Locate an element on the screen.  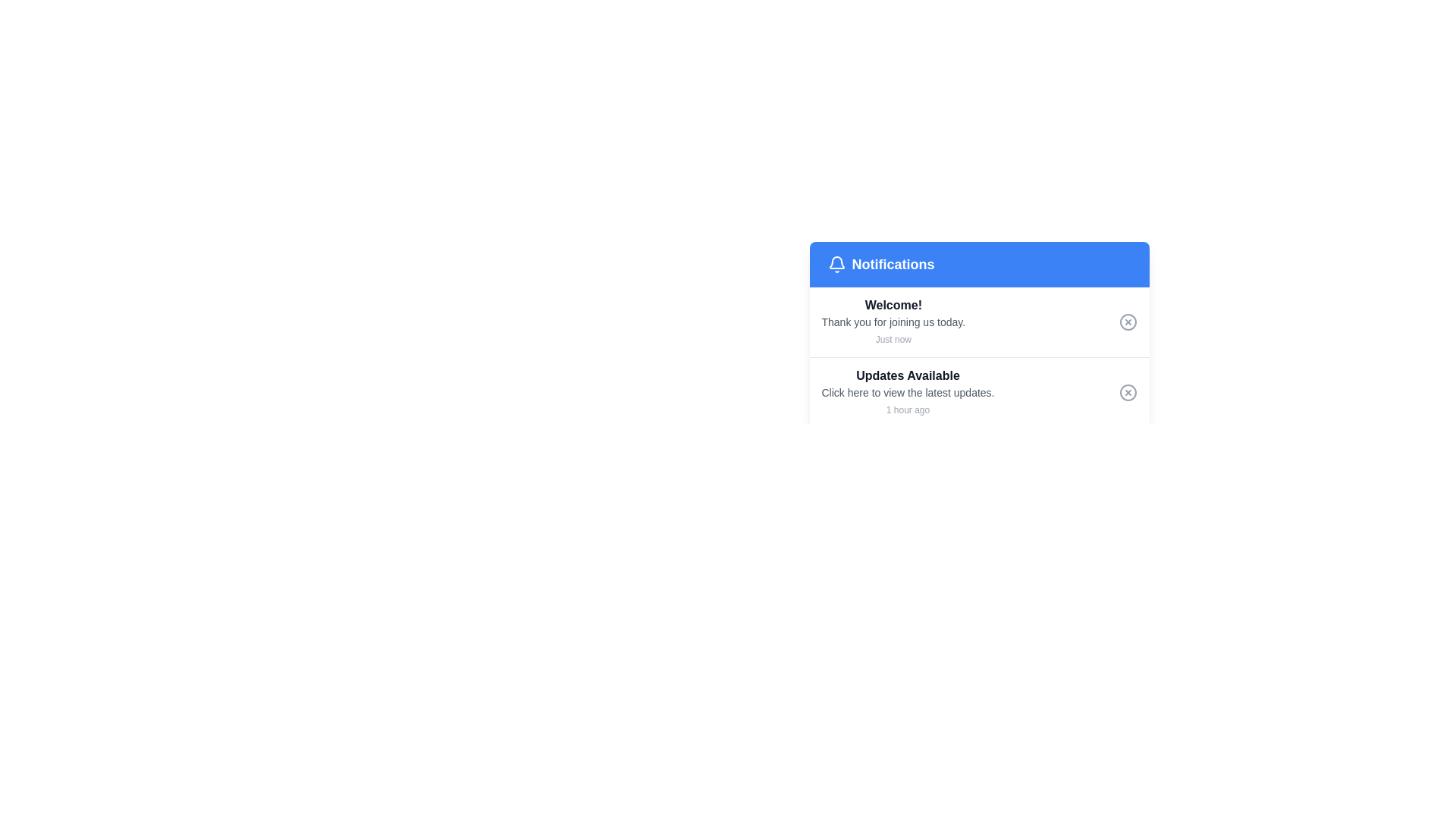
the welcoming message text located directly under the 'Welcome!' heading in the notification panel is located at coordinates (893, 321).